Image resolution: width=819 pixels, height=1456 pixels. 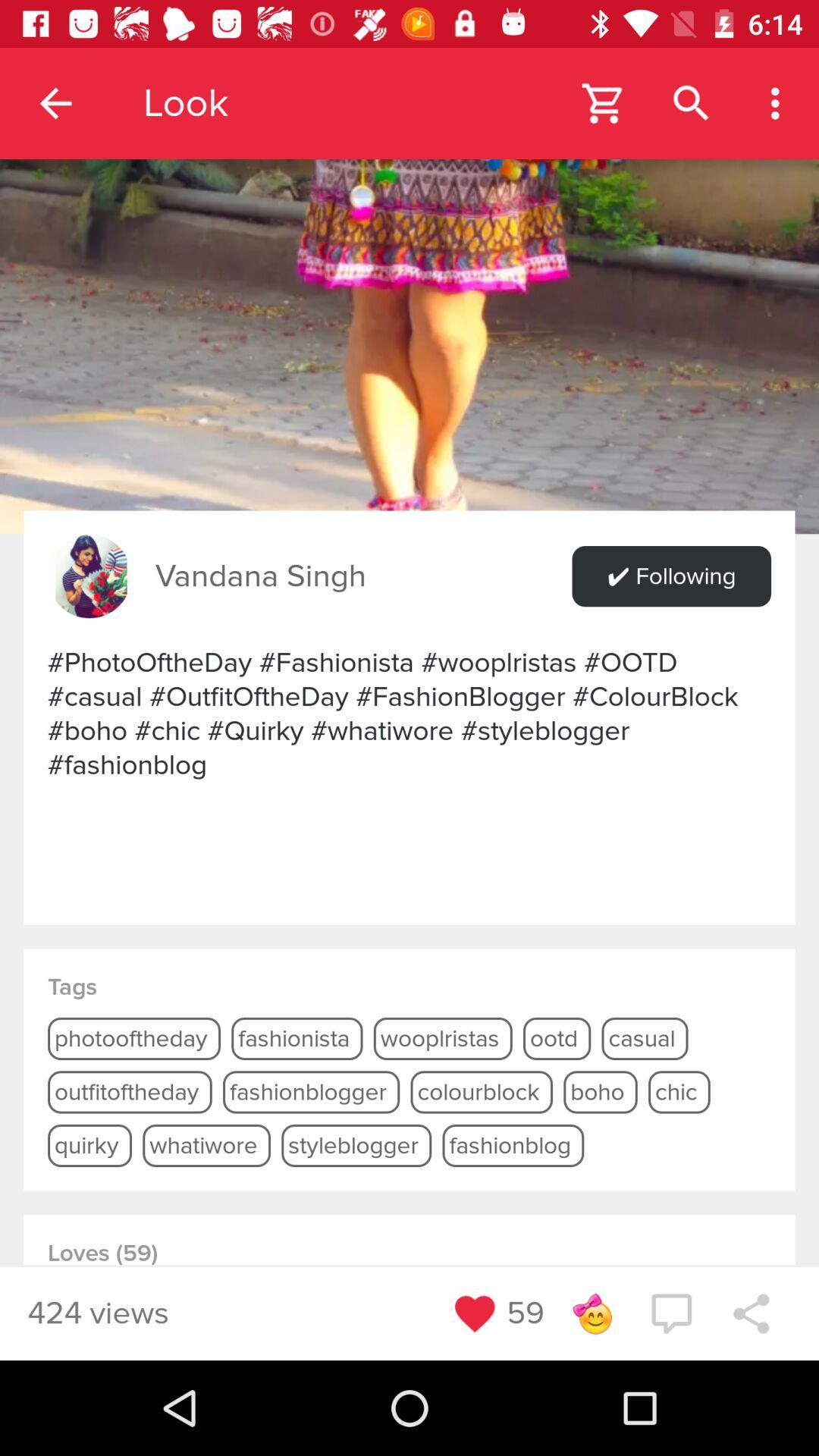 What do you see at coordinates (474, 1313) in the screenshot?
I see `the favorite icon` at bounding box center [474, 1313].